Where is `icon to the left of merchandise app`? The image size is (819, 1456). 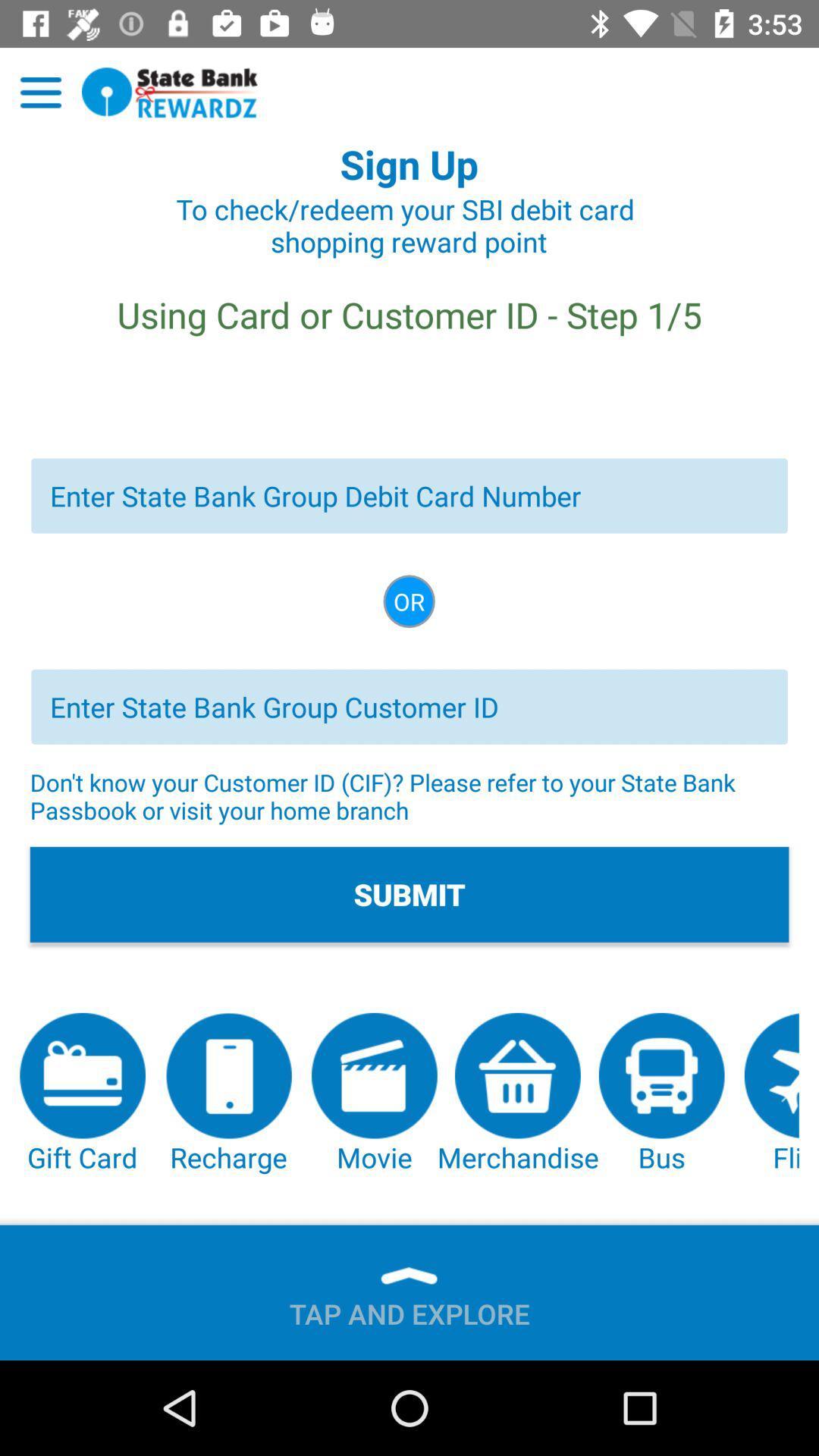
icon to the left of merchandise app is located at coordinates (374, 1094).